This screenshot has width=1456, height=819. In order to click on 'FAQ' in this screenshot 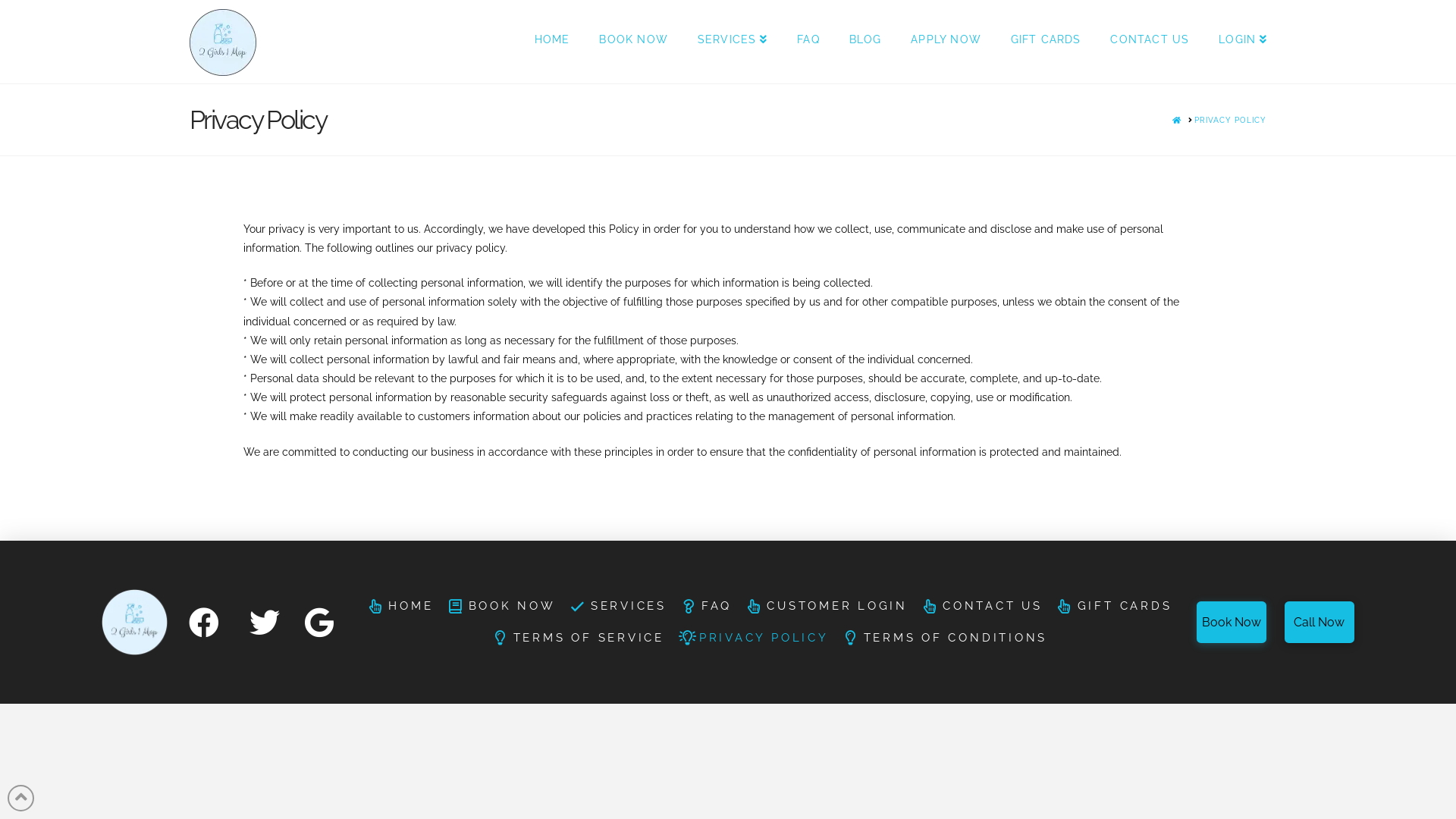, I will do `click(807, 40)`.